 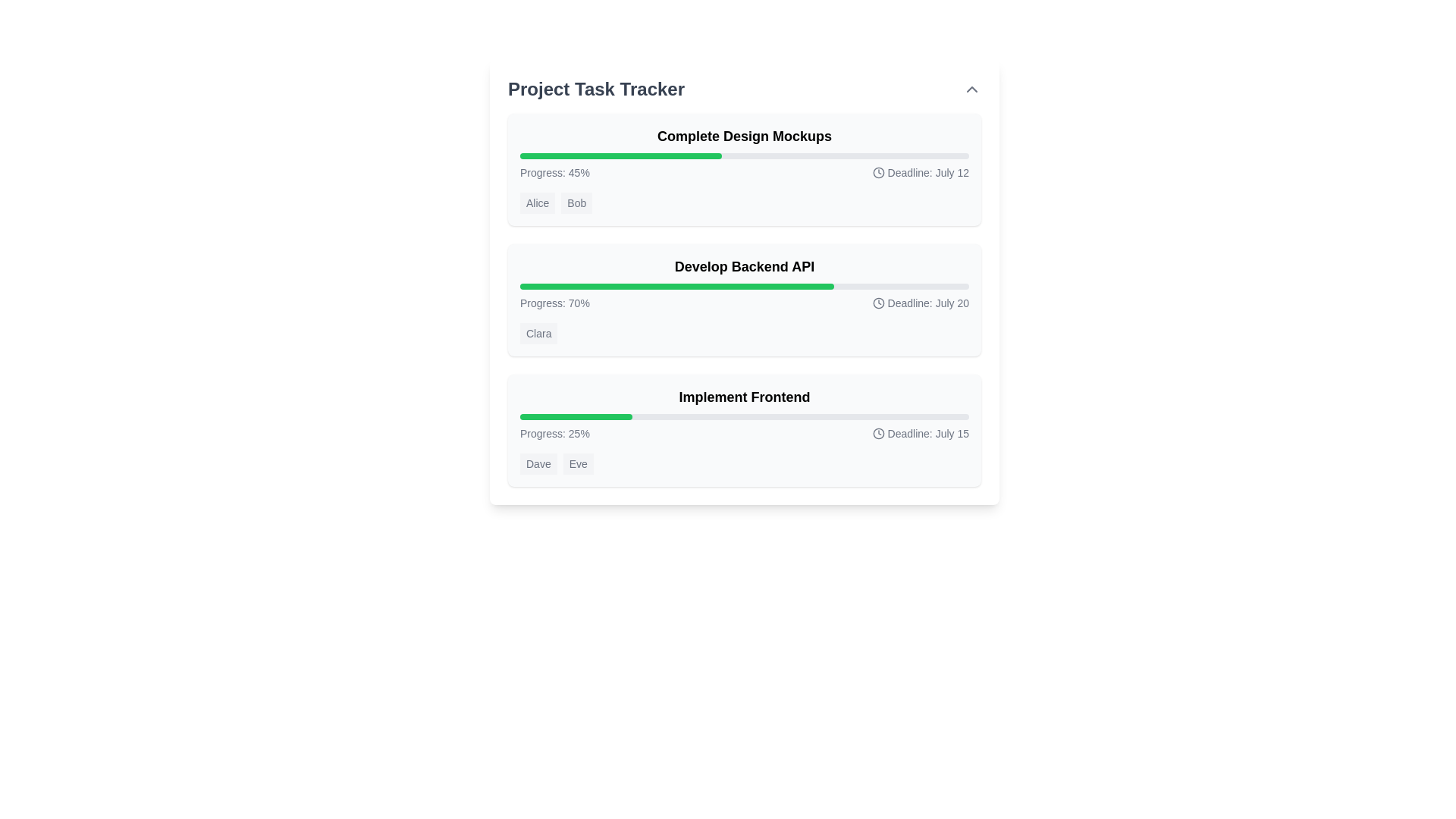 I want to click on the label with icon displaying the deadline for the task 'Implement Frontend', located in the third task card of the 'Project Task Tracker' interface, on the right-hand side, adjacent to the progress bar, so click(x=920, y=433).